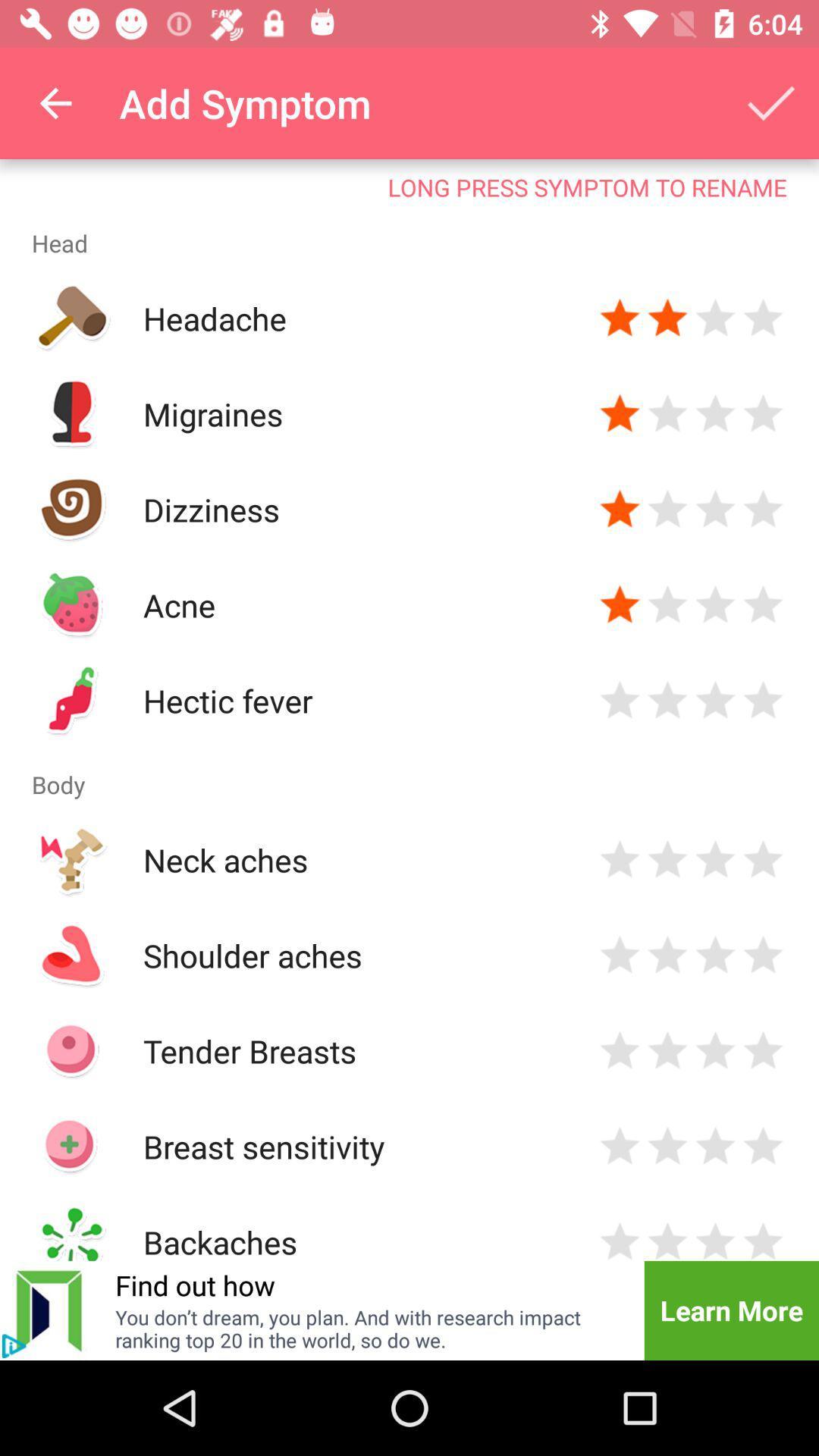 The image size is (819, 1456). Describe the element at coordinates (620, 1239) in the screenshot. I see `amount user suffers from symptom backaches` at that location.